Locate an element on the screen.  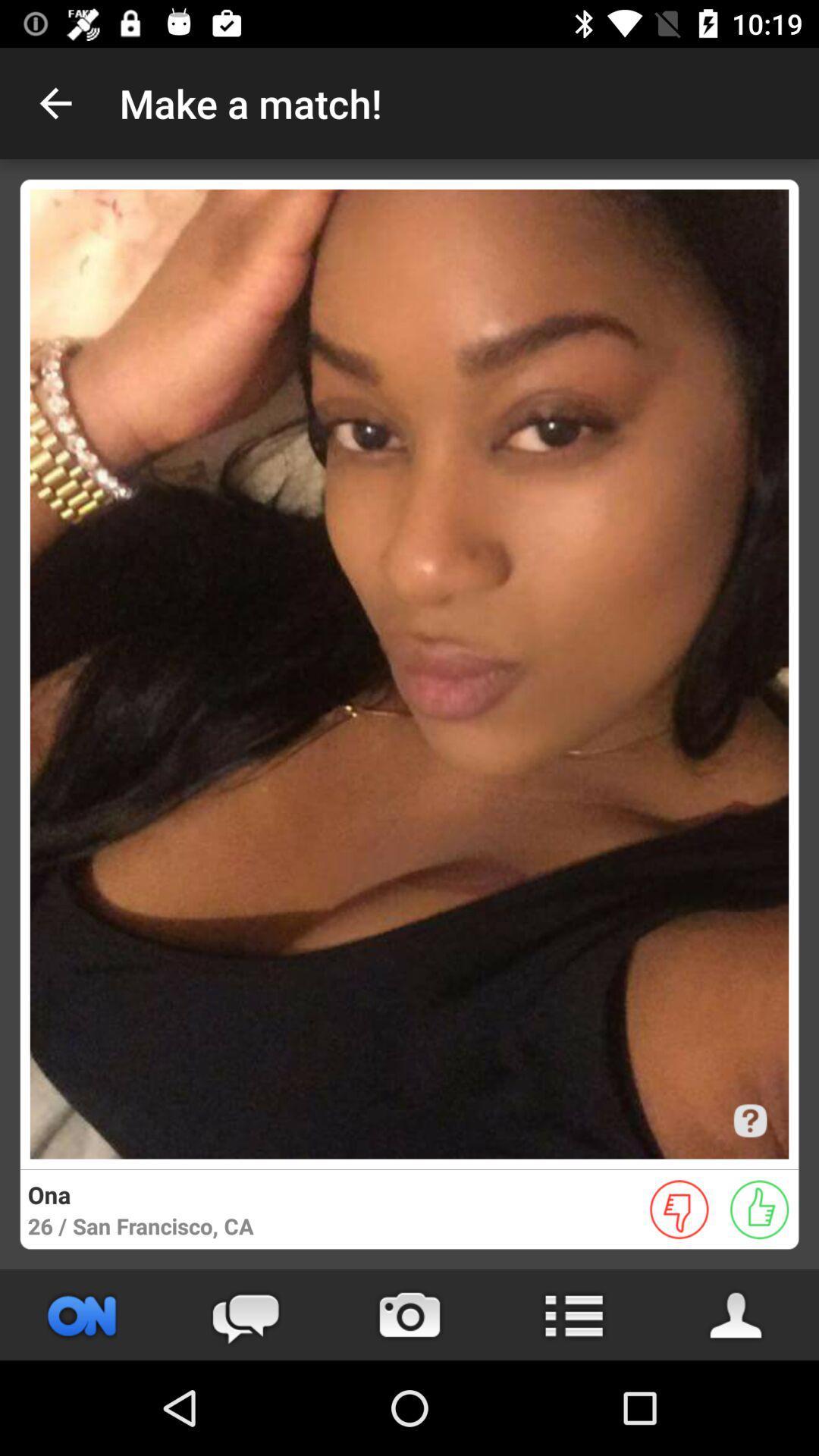
the list icon is located at coordinates (573, 1314).